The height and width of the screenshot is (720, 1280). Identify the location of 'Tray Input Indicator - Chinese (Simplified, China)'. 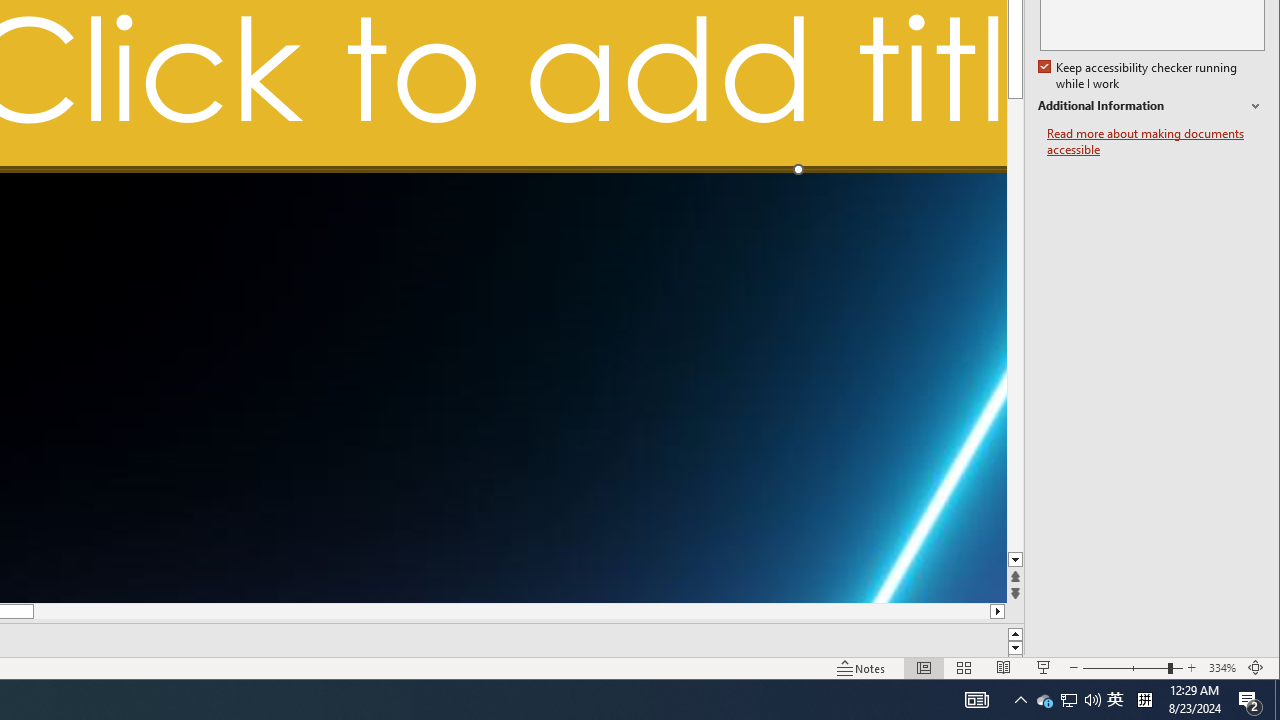
(1144, 698).